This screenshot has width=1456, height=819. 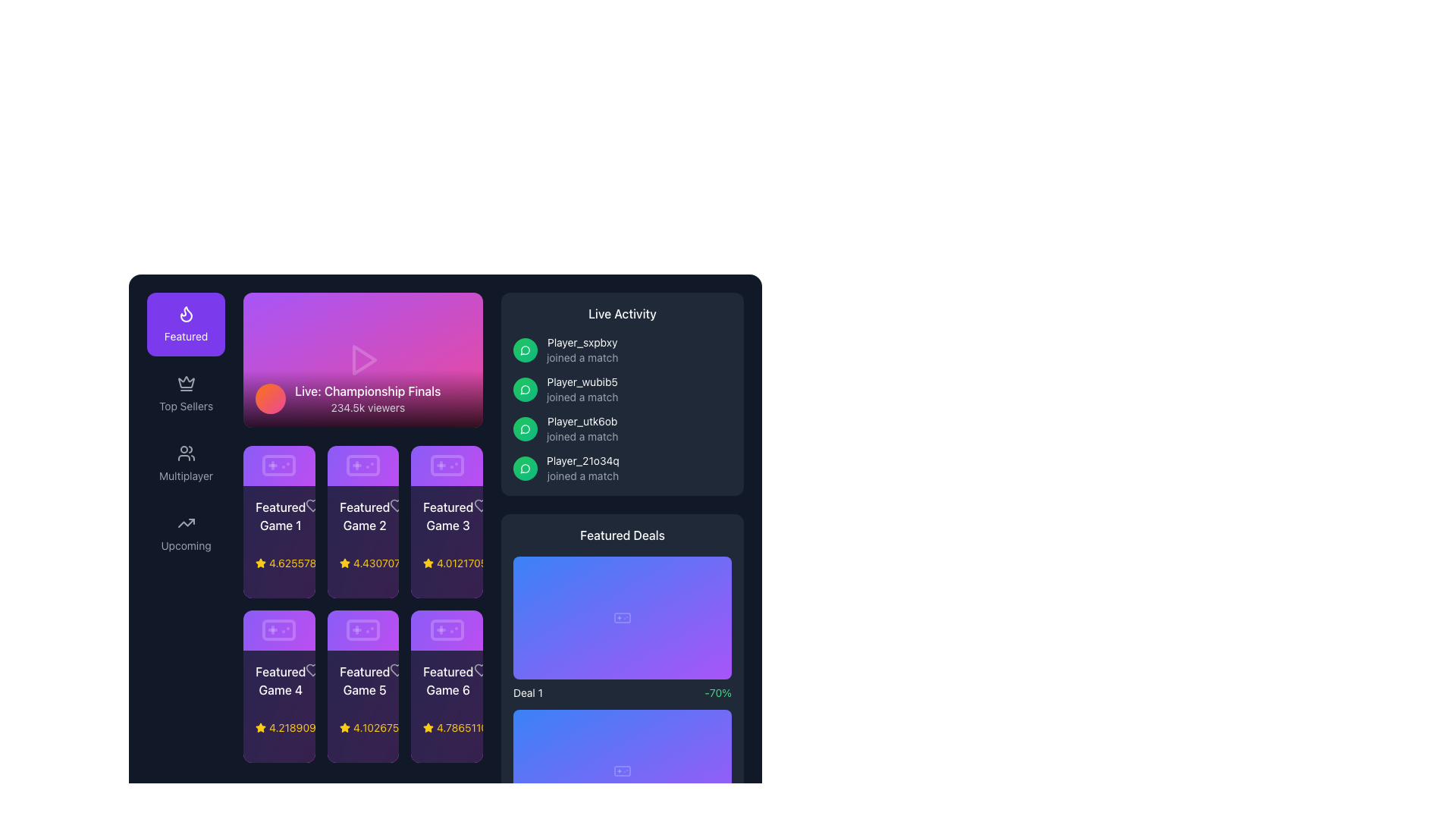 What do you see at coordinates (362, 521) in the screenshot?
I see `the featured game card located in the second column of the top row` at bounding box center [362, 521].